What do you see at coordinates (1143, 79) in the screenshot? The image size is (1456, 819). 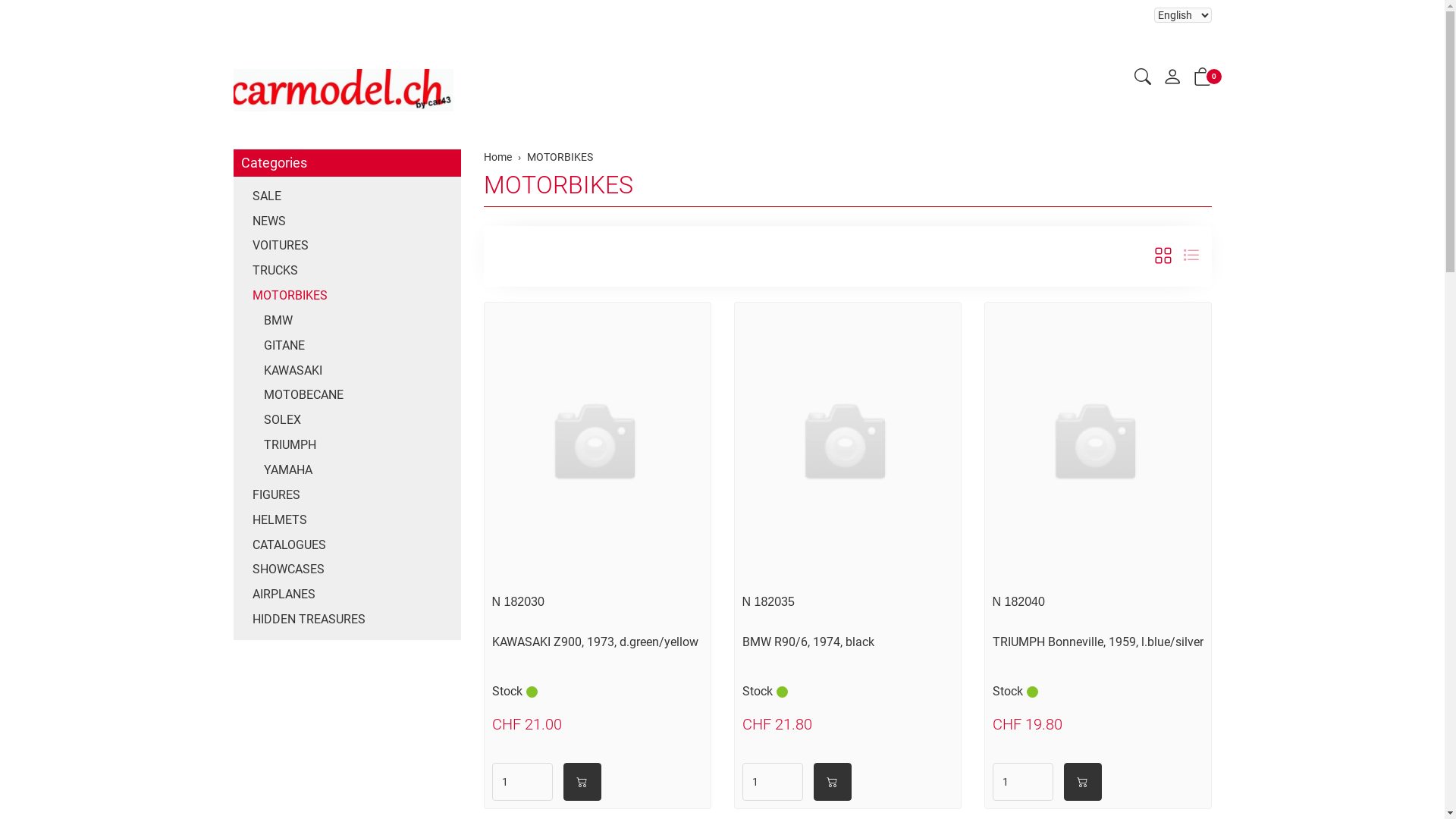 I see `'Search'` at bounding box center [1143, 79].